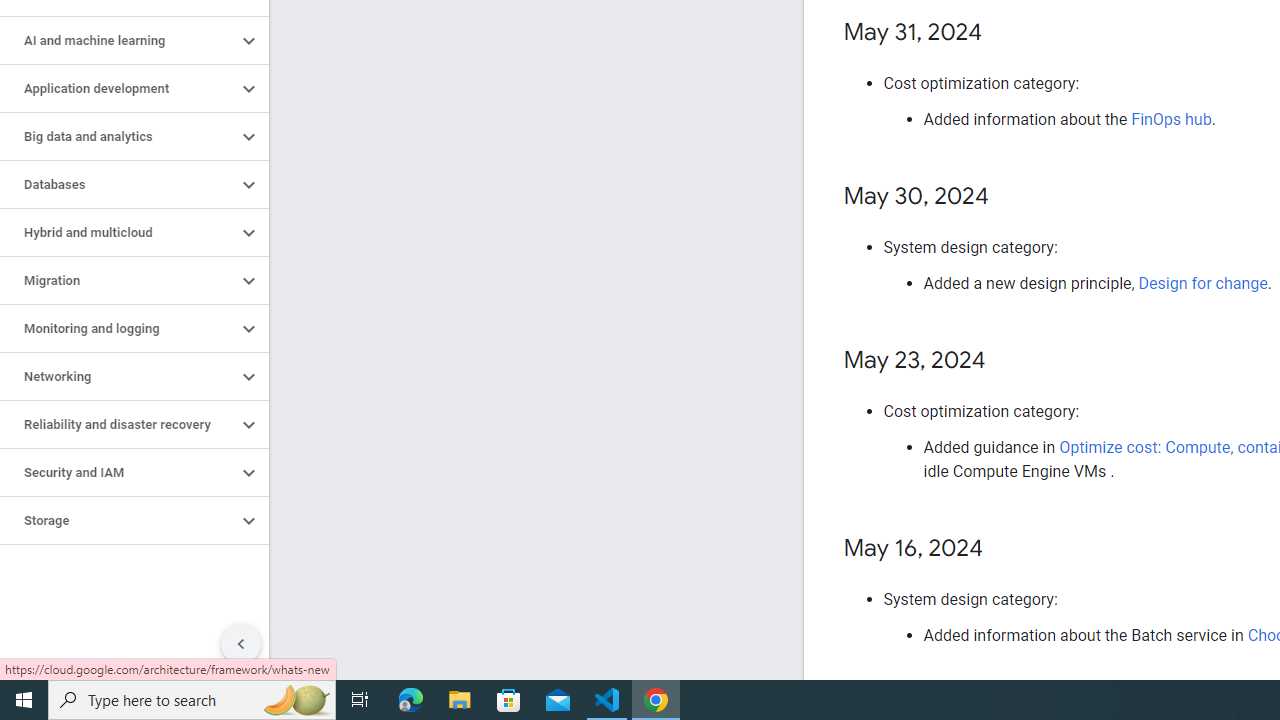 Image resolution: width=1280 pixels, height=720 pixels. What do you see at coordinates (240, 644) in the screenshot?
I see `'Hide side navigation'` at bounding box center [240, 644].